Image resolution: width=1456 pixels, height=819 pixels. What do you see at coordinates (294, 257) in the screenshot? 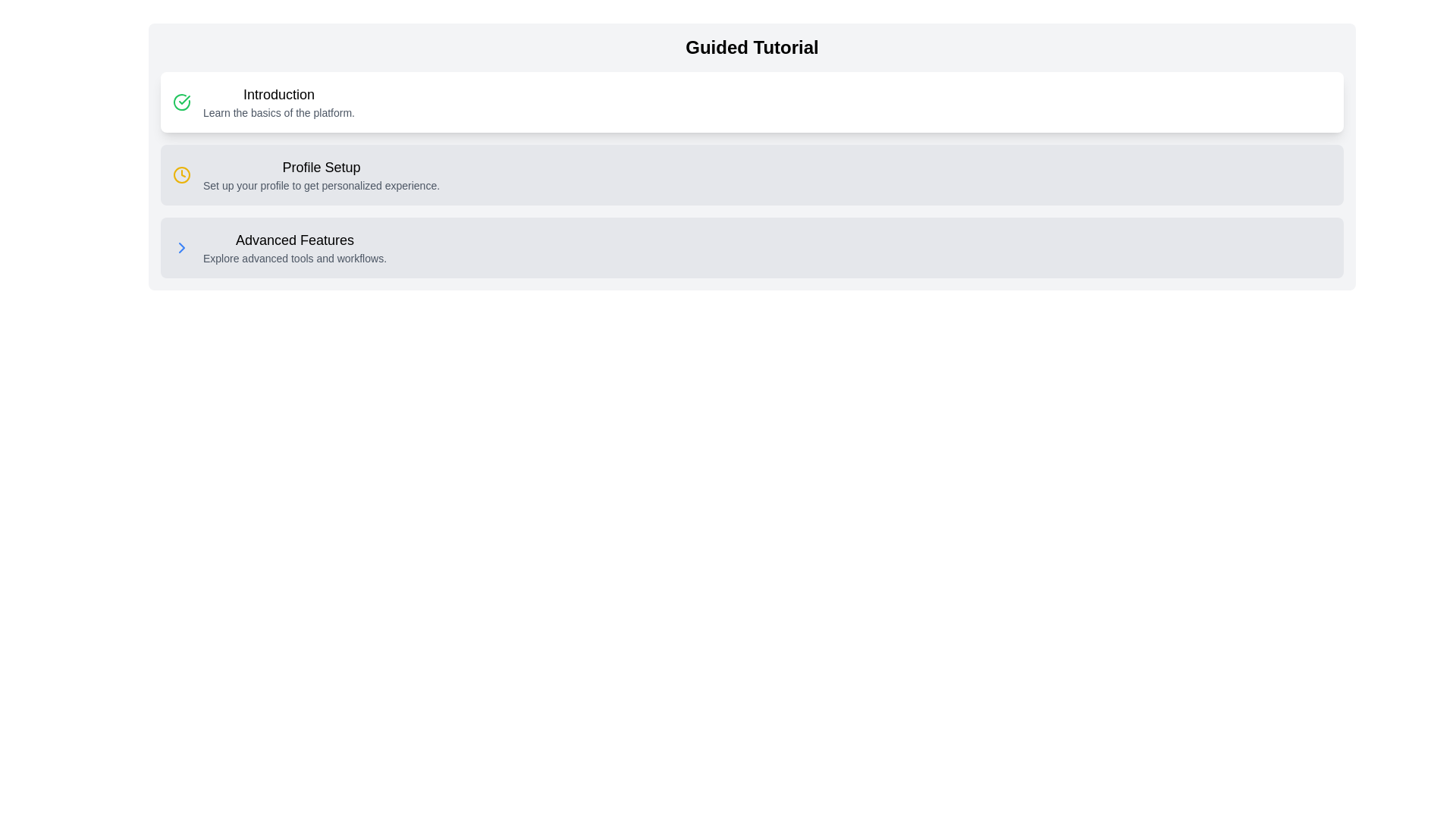
I see `the descriptive text element located underneath 'Advanced Features', which is the only text in that section` at bounding box center [294, 257].